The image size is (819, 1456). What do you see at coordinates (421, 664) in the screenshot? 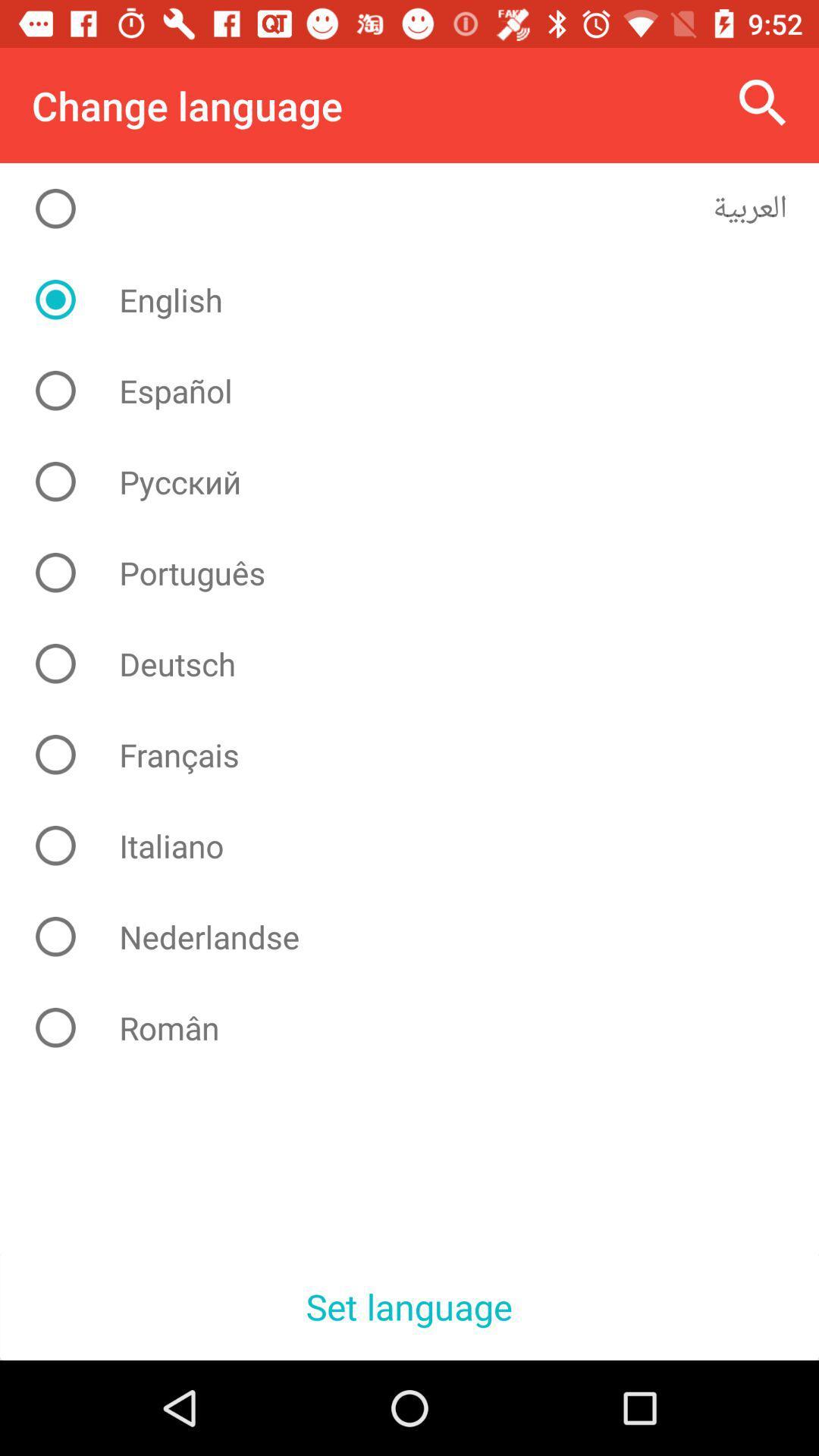
I see `deutsch icon` at bounding box center [421, 664].